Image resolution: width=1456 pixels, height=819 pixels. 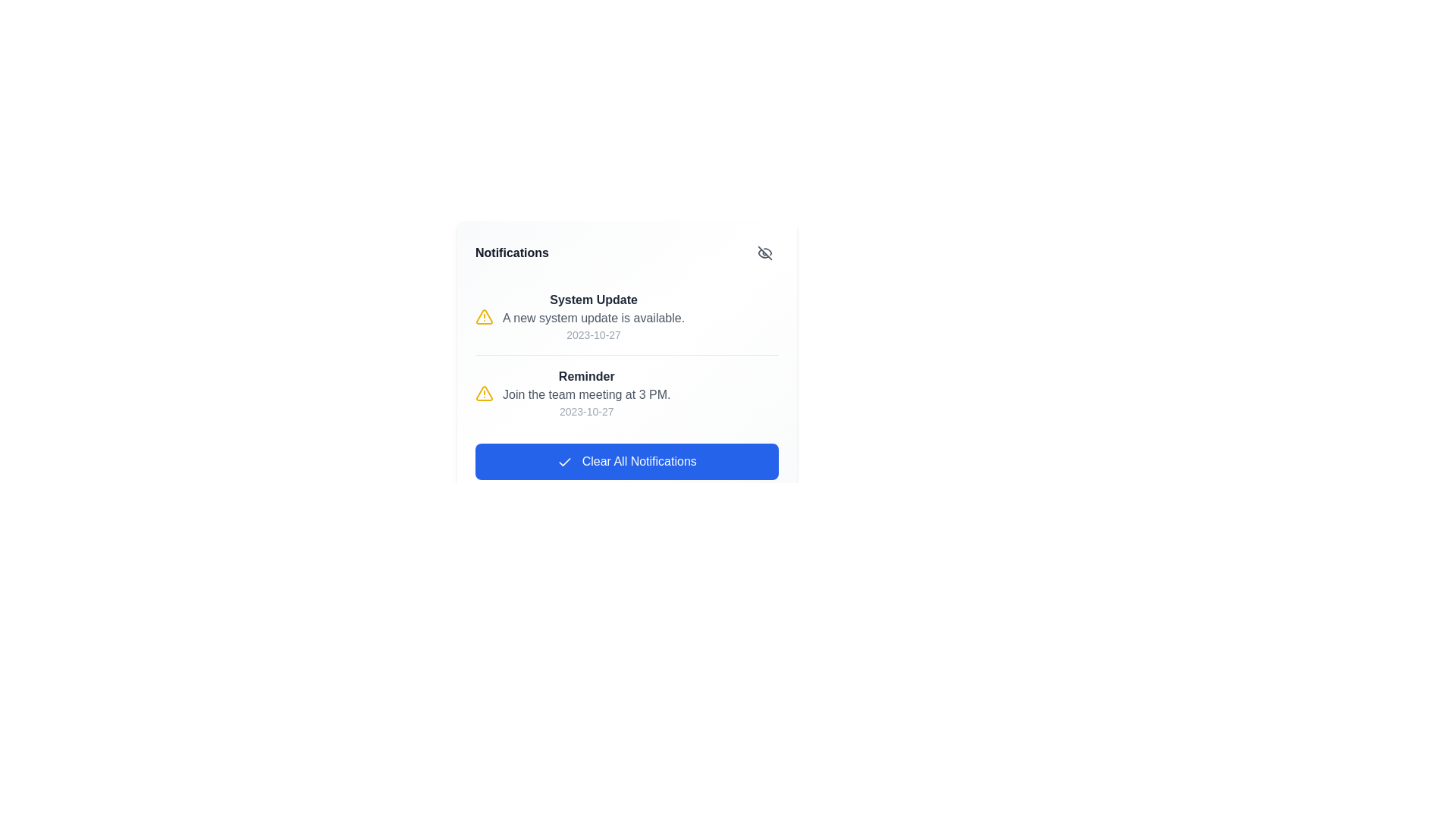 What do you see at coordinates (512, 253) in the screenshot?
I see `the text label that serves as the header for the notification panel, located at the top and centered horizontally, to provide context for the notifications below` at bounding box center [512, 253].